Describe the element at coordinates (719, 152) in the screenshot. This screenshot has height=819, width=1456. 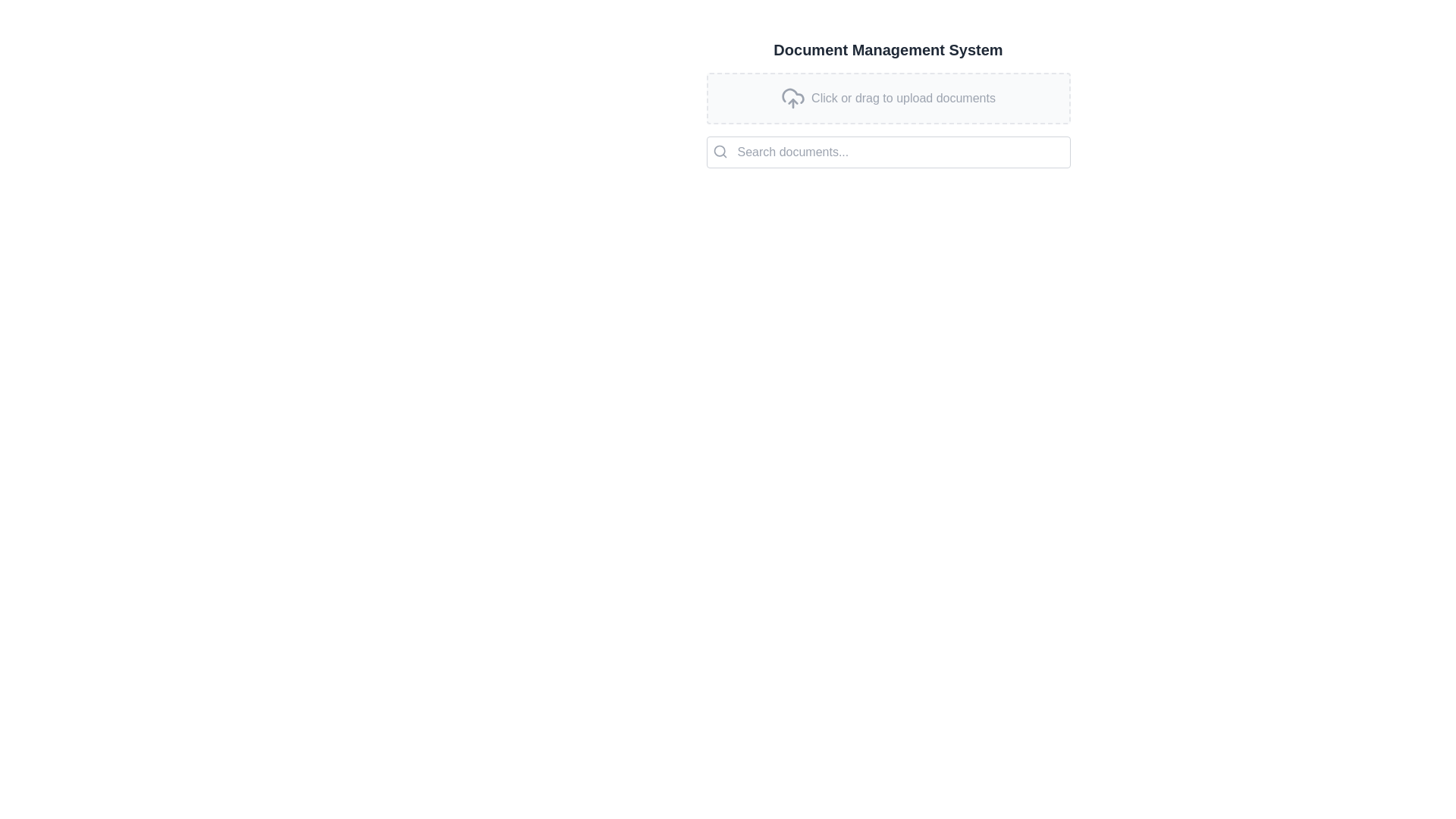
I see `the search icon located at the left edge of the search input area, adjacent to the placeholder text 'Search documents...'` at that location.